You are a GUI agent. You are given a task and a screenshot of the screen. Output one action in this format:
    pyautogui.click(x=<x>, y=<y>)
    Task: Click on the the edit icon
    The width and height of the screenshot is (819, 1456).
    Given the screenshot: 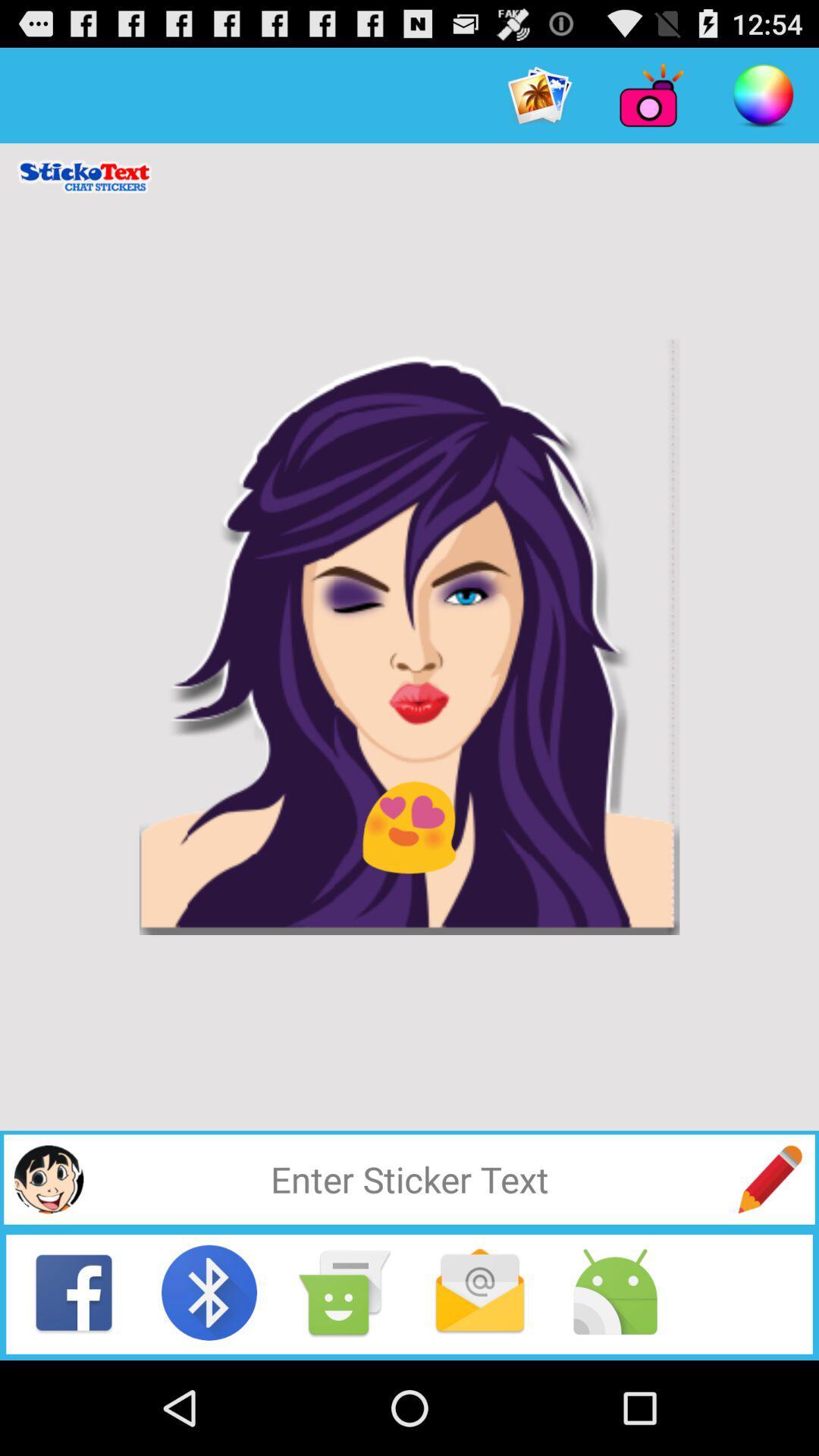 What is the action you would take?
    pyautogui.click(x=770, y=1262)
    